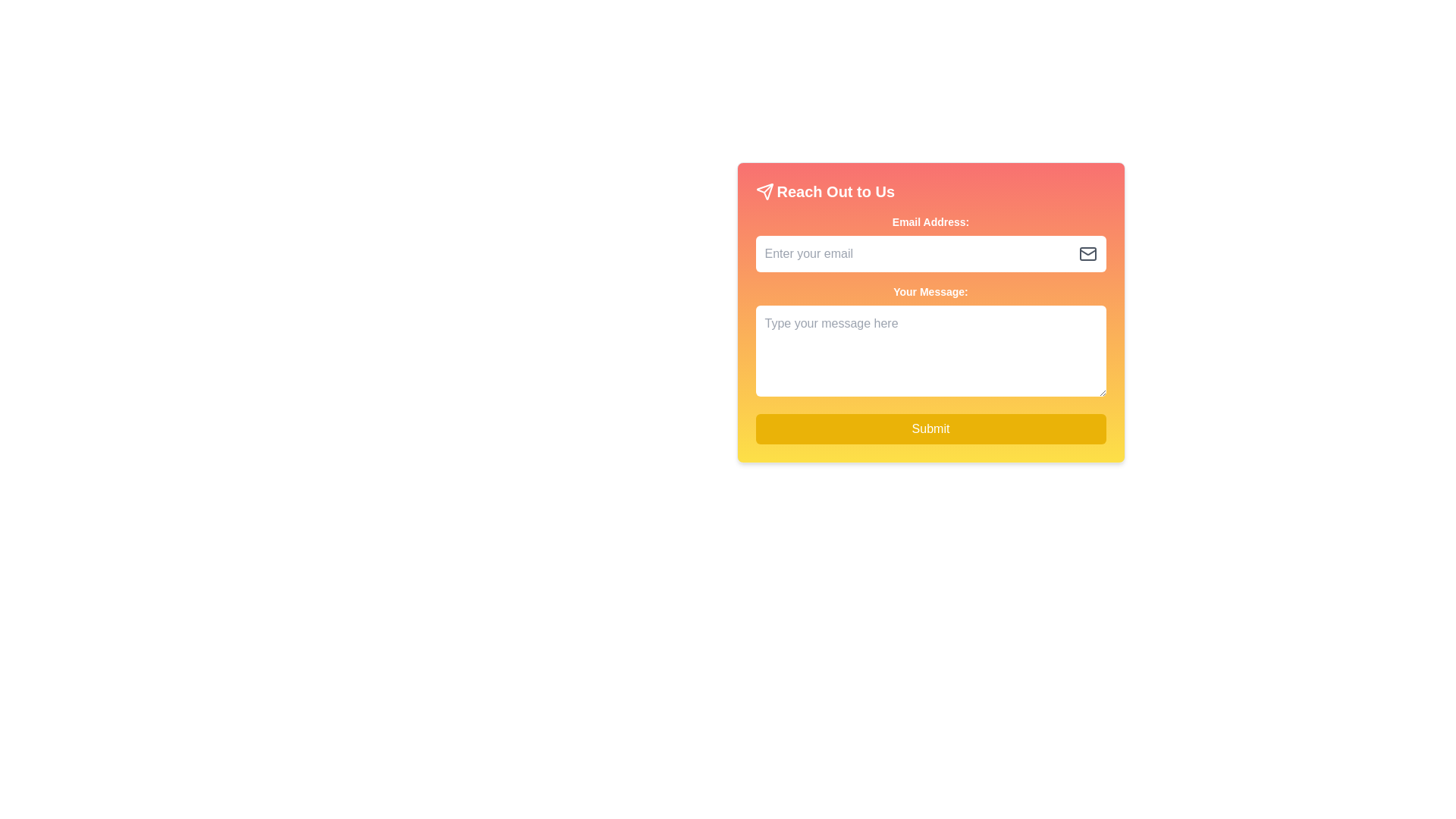  What do you see at coordinates (1087, 253) in the screenshot?
I see `the gray envelope icon located at the top-right corner of the 'Email Address:' input field in the 'Reach Out to Us' section` at bounding box center [1087, 253].